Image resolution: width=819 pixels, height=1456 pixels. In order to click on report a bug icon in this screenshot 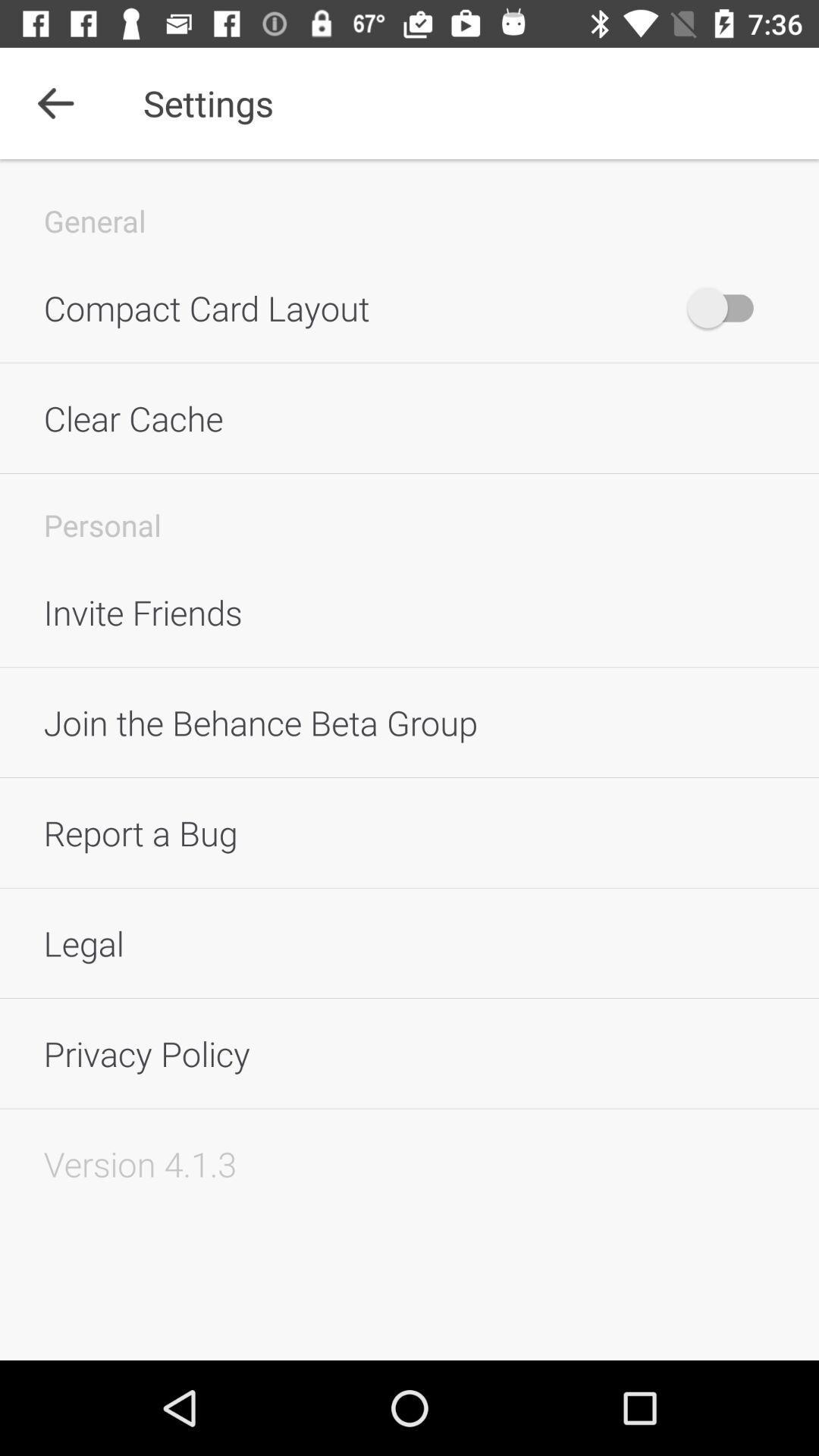, I will do `click(409, 832)`.